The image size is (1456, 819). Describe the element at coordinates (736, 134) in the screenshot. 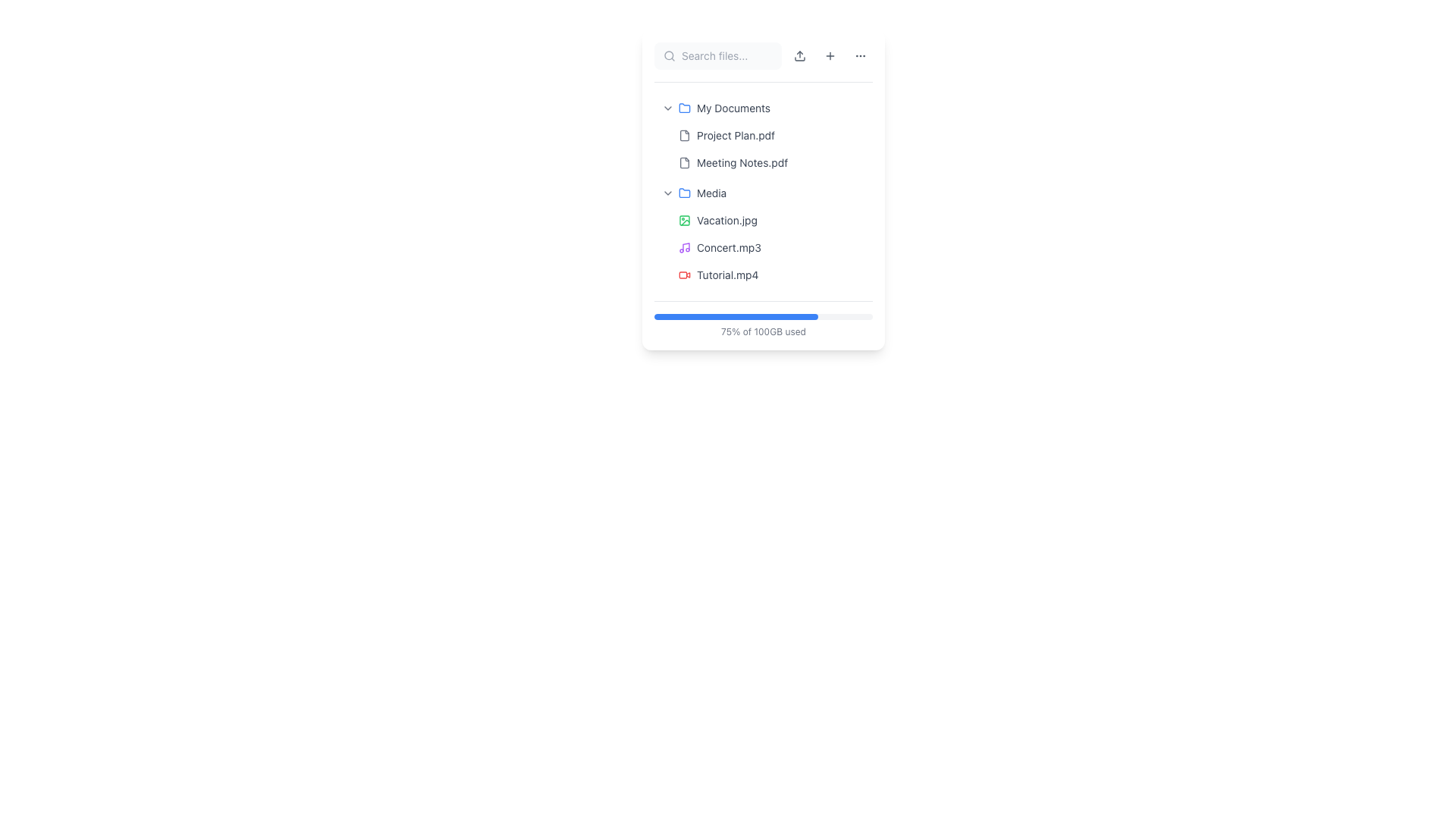

I see `the text label 'Project Plan.pdf'` at that location.